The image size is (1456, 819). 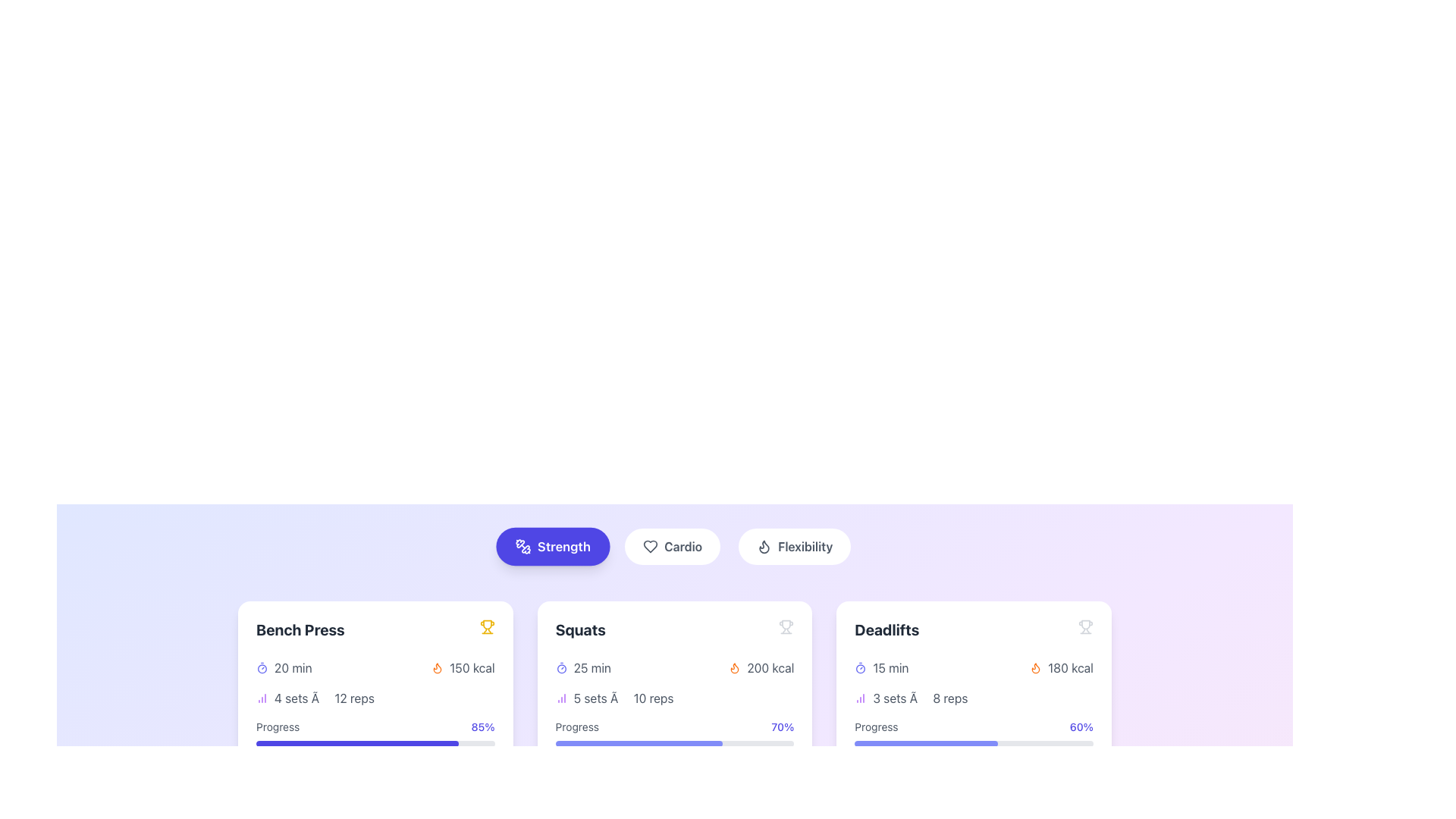 I want to click on the heart icon located directly below the 'Strength' navigation category to interact with it, so click(x=651, y=547).